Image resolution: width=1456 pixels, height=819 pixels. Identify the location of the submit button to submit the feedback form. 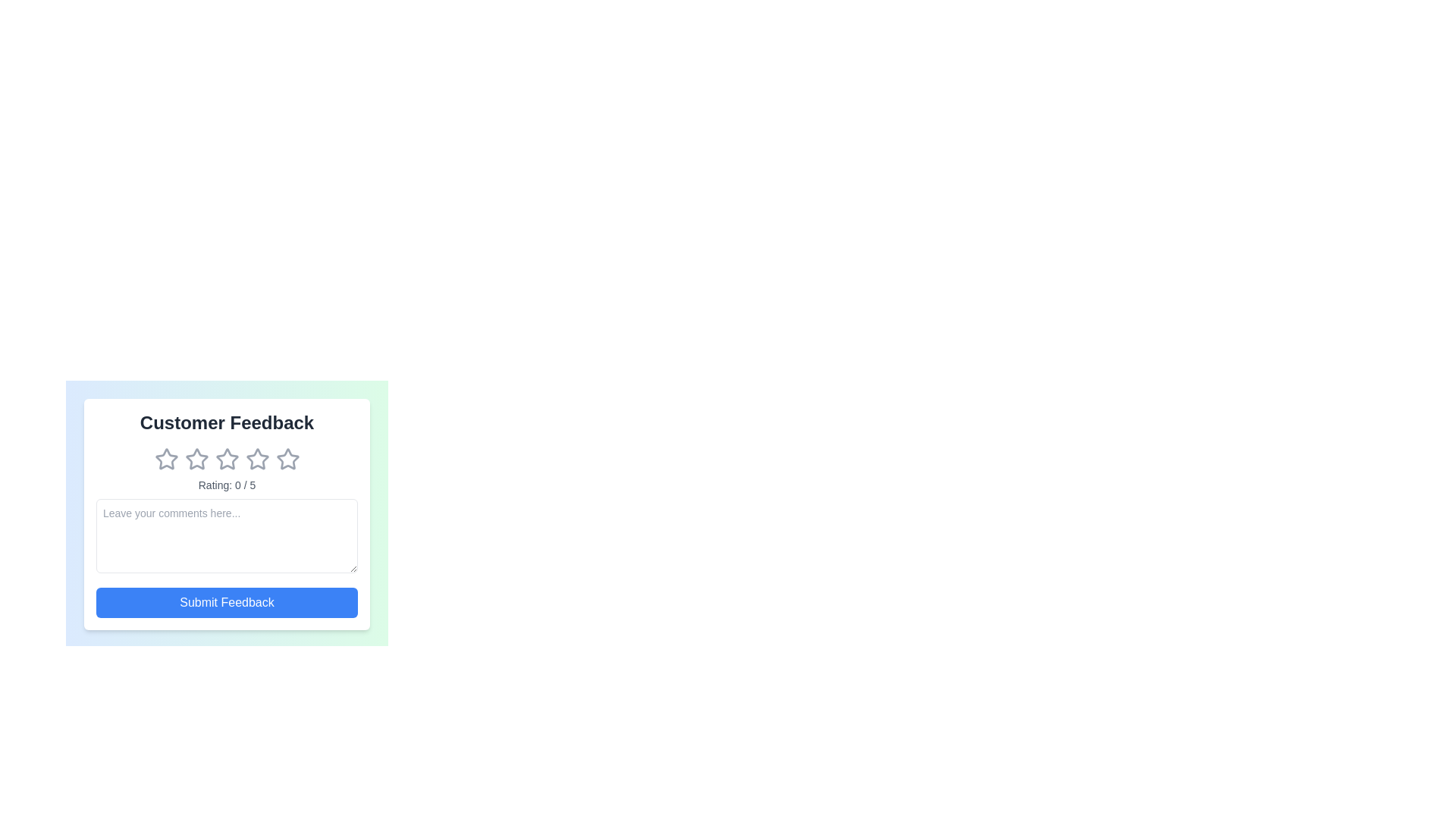
(226, 601).